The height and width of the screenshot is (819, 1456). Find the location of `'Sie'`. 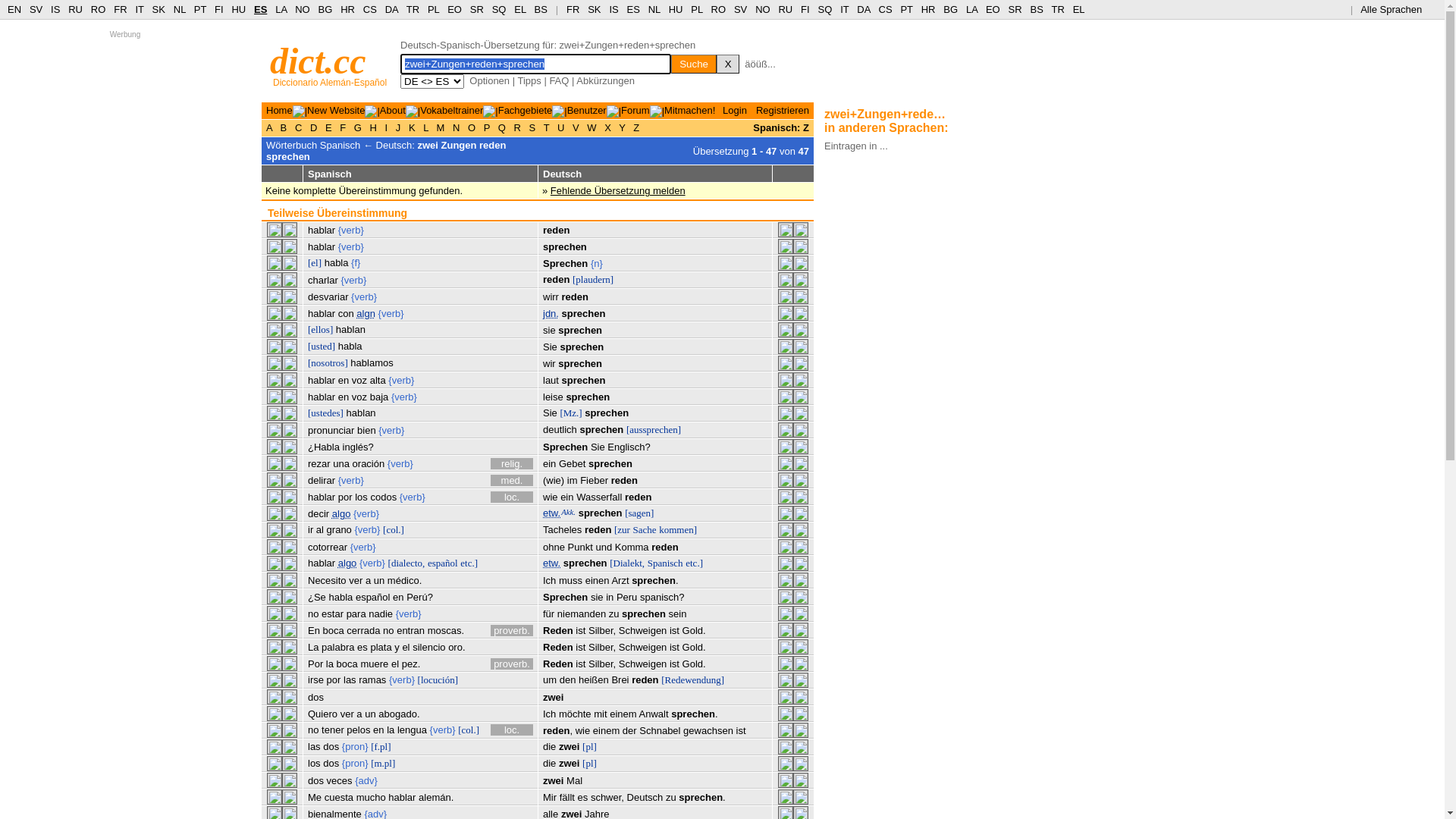

'Sie' is located at coordinates (589, 446).